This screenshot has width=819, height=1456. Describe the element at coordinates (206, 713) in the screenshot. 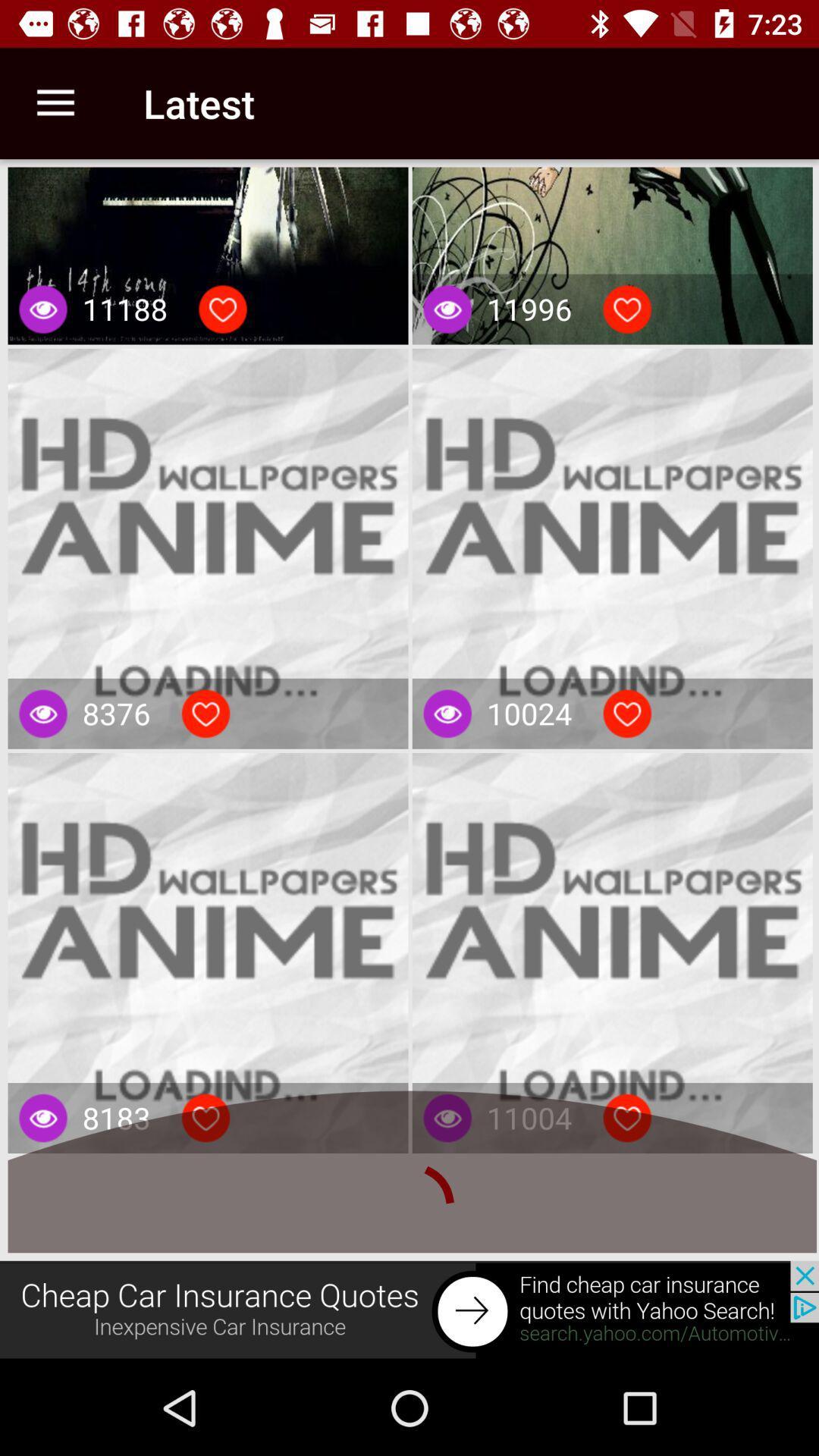

I see `like wallpaper` at that location.